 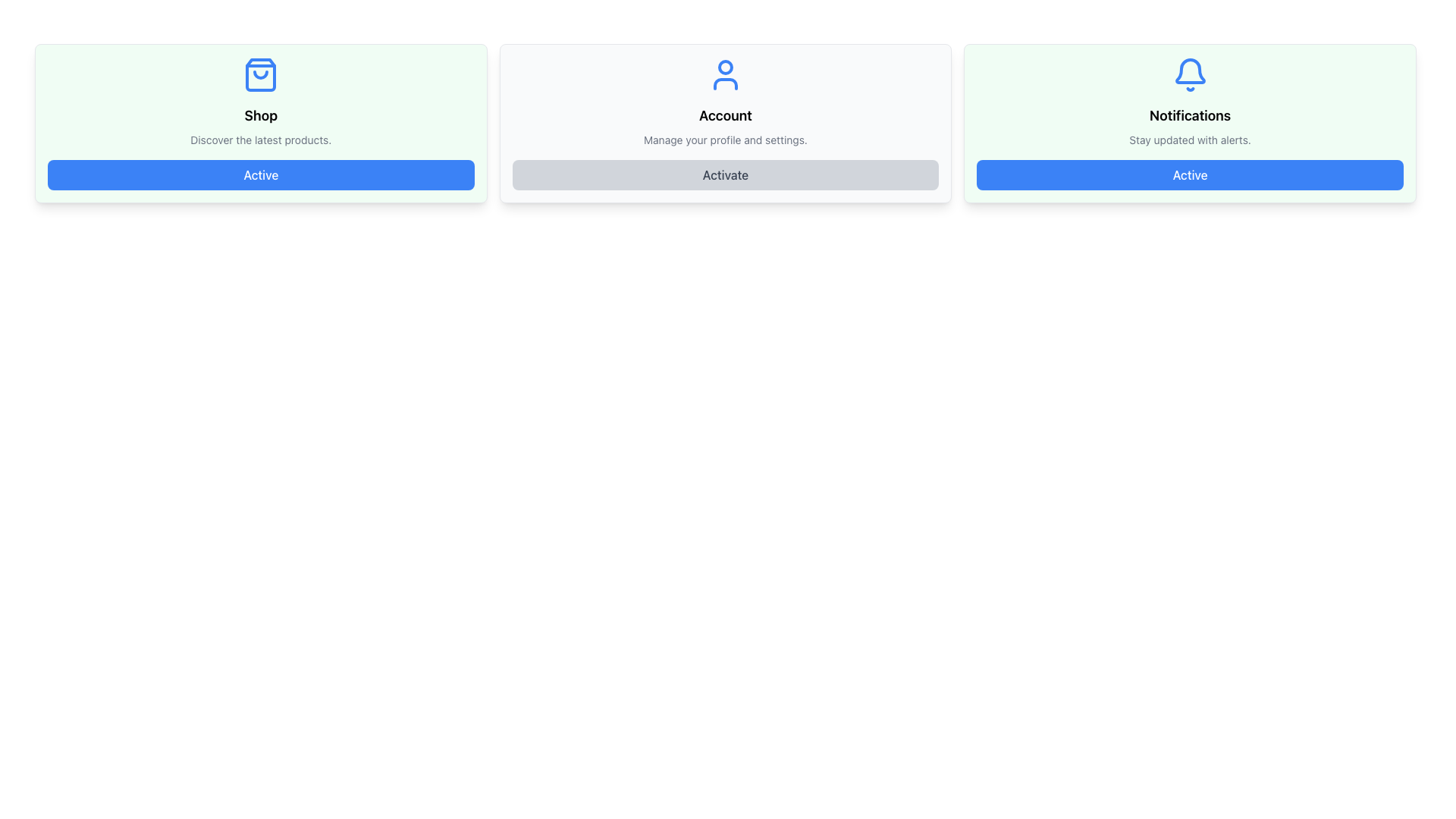 What do you see at coordinates (261, 75) in the screenshot?
I see `the shopping bag icon located at the top portion of the 'Shop' card component, centrally aligned in the first column of a three-column layout` at bounding box center [261, 75].